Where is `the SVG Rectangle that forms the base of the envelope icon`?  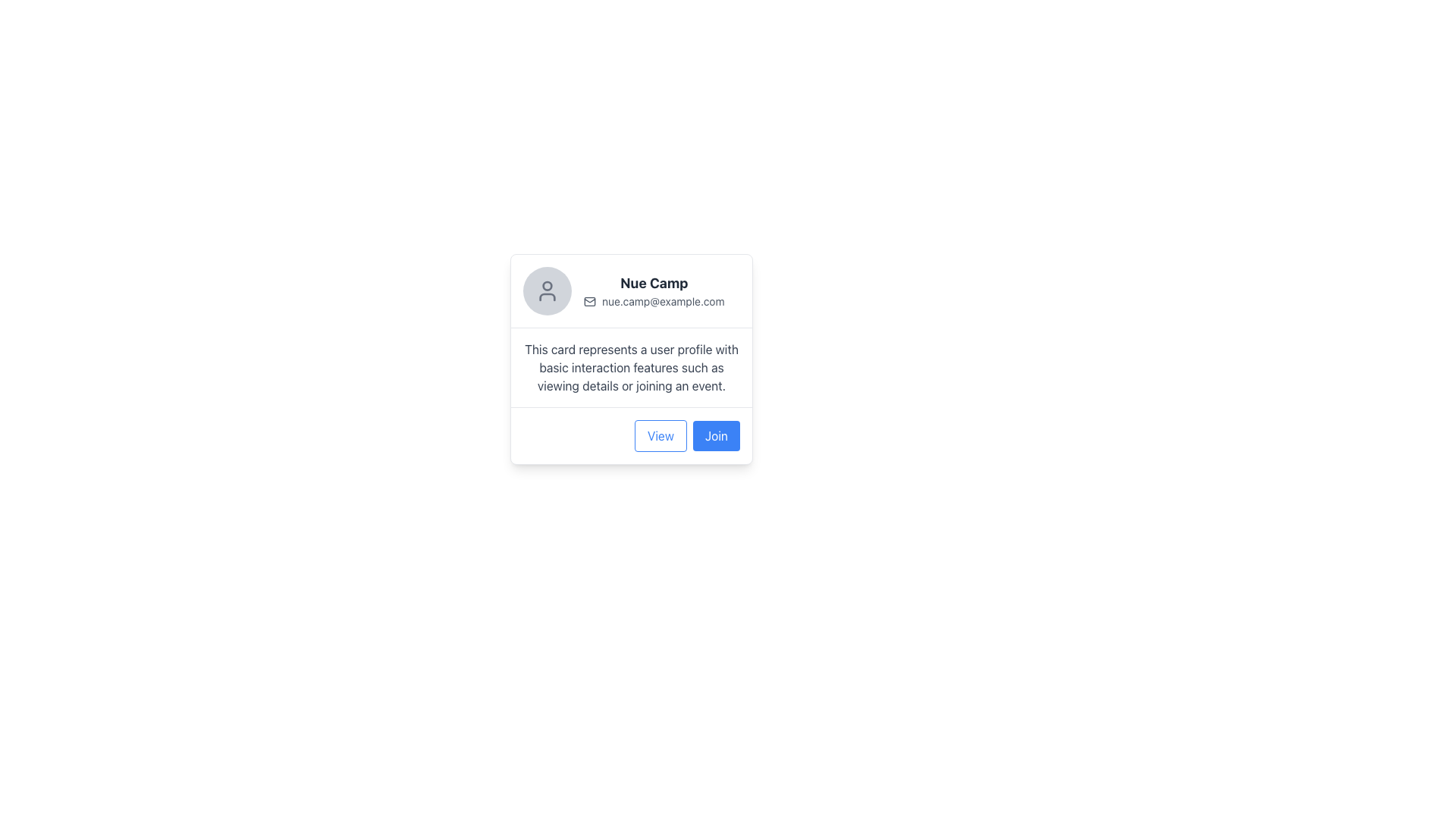
the SVG Rectangle that forms the base of the envelope icon is located at coordinates (588, 301).